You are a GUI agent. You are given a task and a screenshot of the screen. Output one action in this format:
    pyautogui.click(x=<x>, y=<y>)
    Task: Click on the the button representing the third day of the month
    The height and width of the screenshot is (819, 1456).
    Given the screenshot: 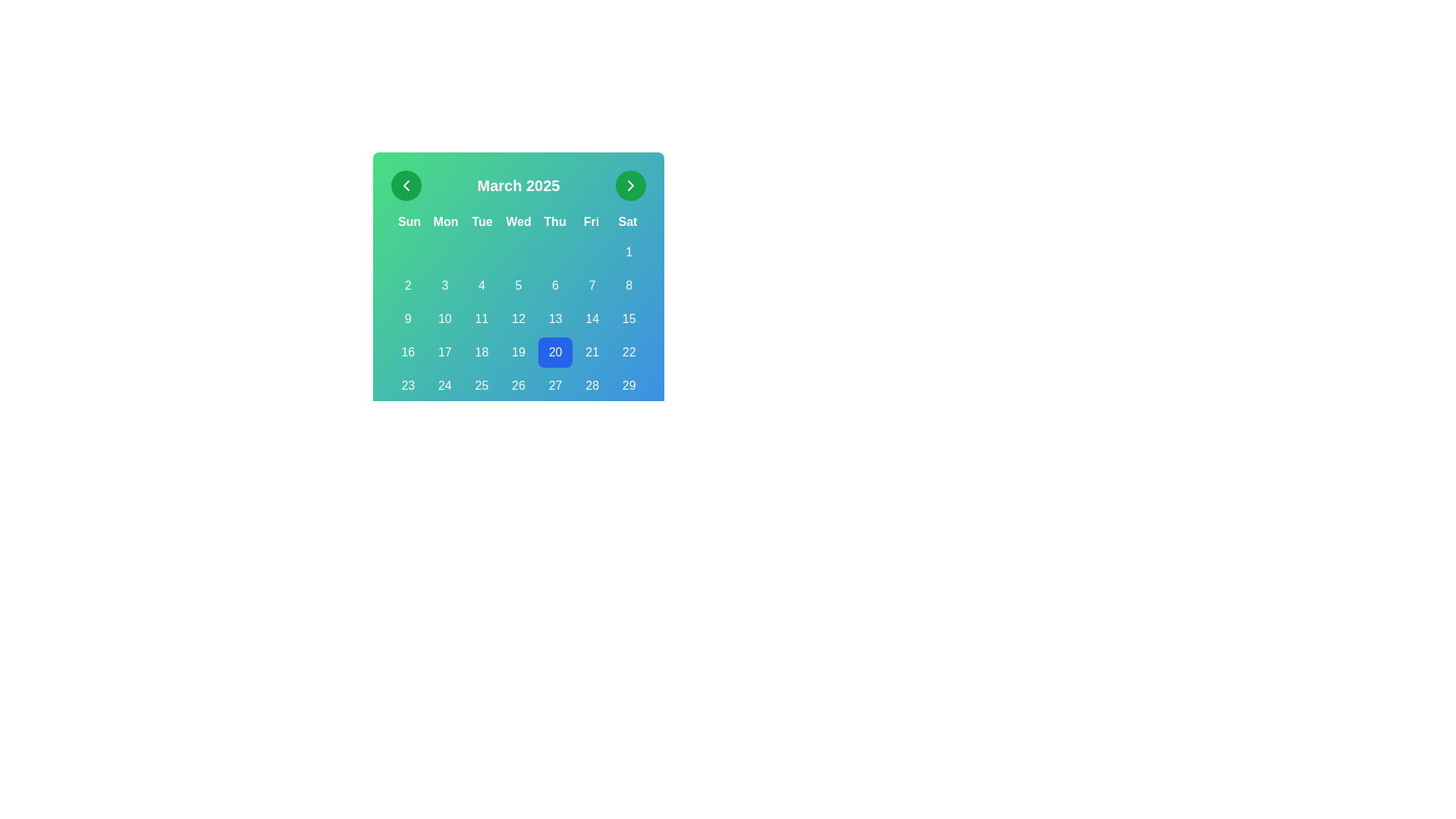 What is the action you would take?
    pyautogui.click(x=444, y=286)
    